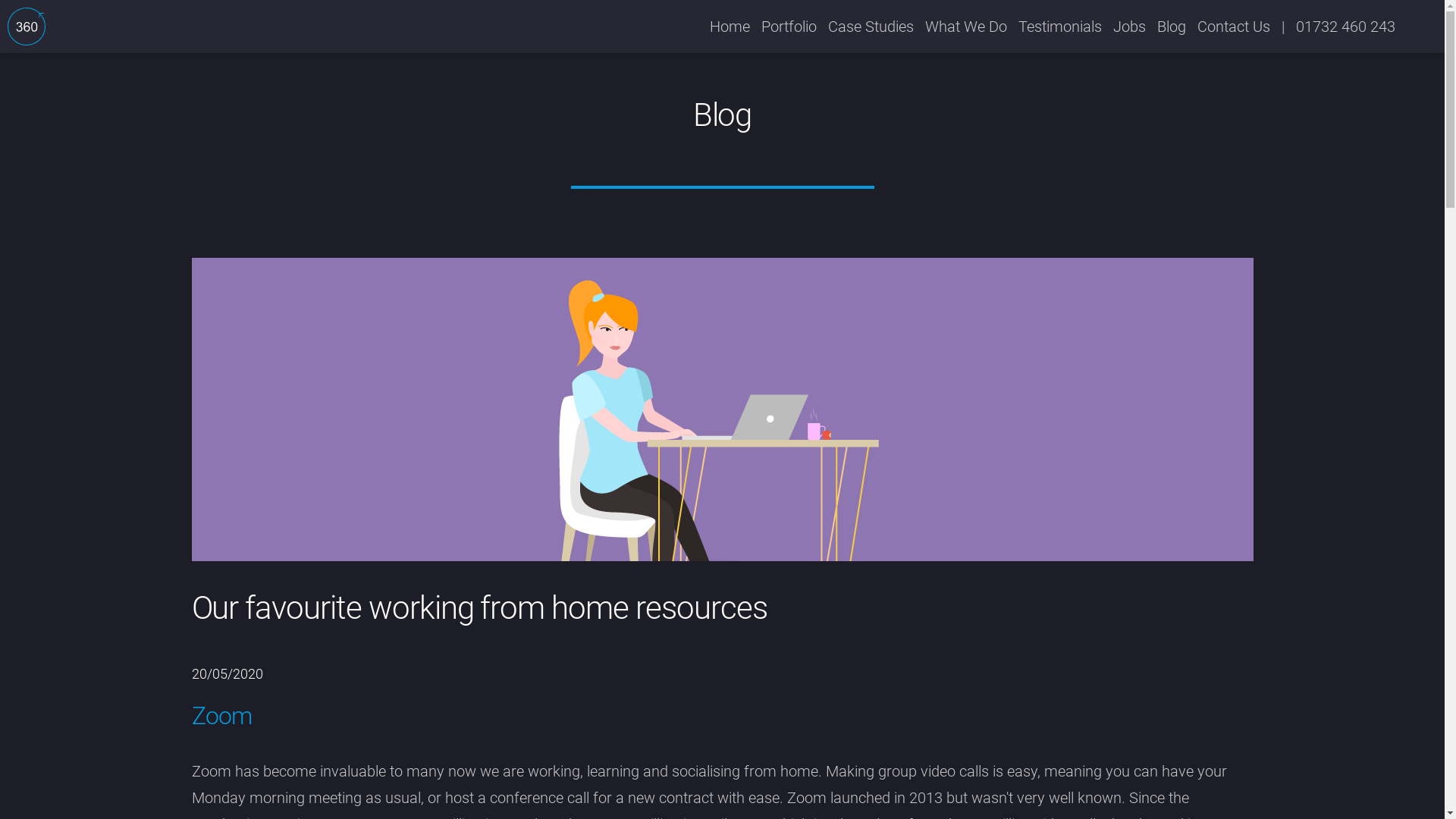 This screenshot has height=819, width=1456. Describe the element at coordinates (1129, 27) in the screenshot. I see `'Jobs'` at that location.